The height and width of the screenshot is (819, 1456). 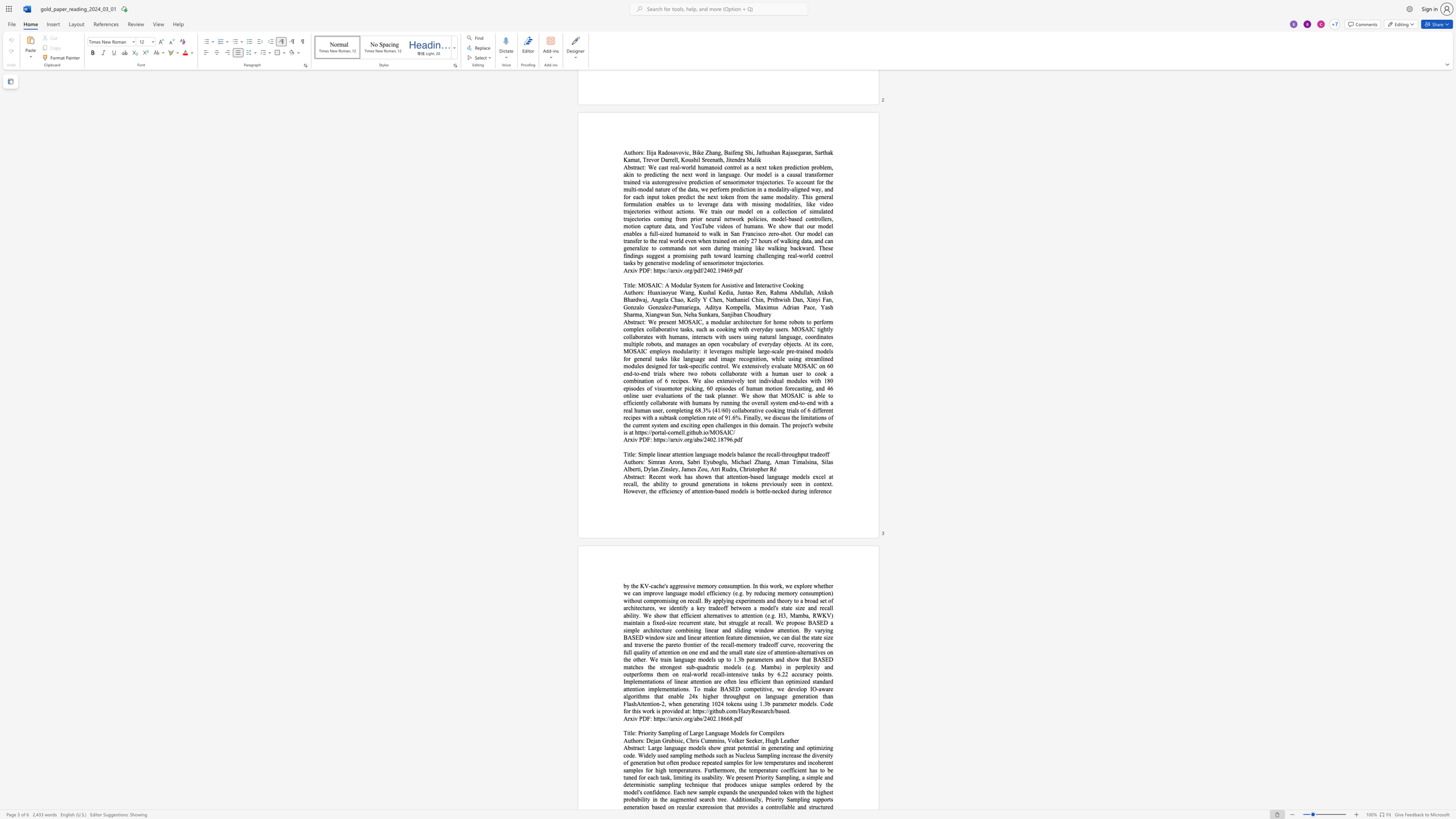 What do you see at coordinates (715, 461) in the screenshot?
I see `the space between the continuous character "b" and "o" in the text` at bounding box center [715, 461].